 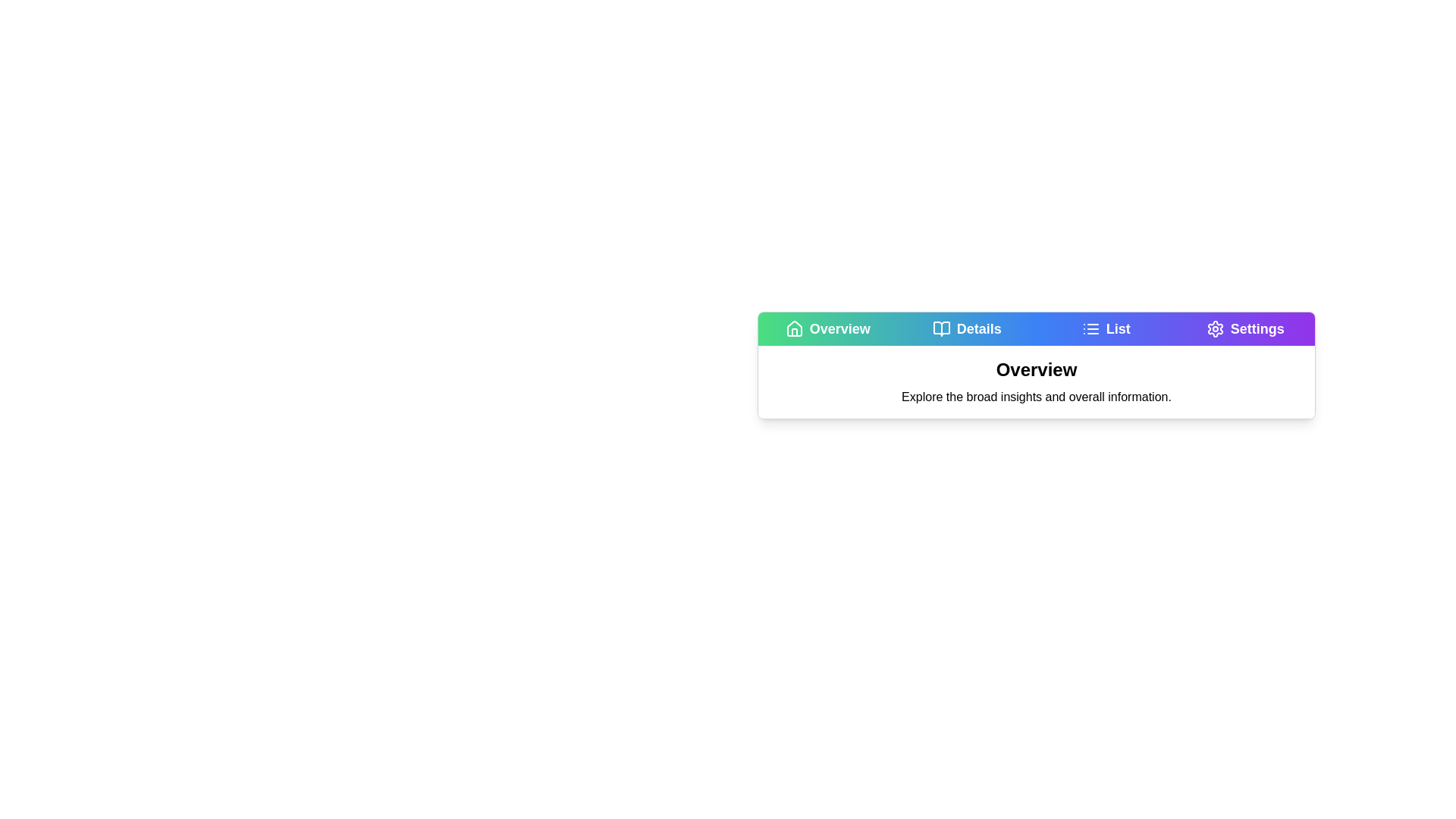 What do you see at coordinates (1036, 397) in the screenshot?
I see `the text element displaying 'Explore the broad insights and overall information.' which is positioned below the 'Overview' heading` at bounding box center [1036, 397].